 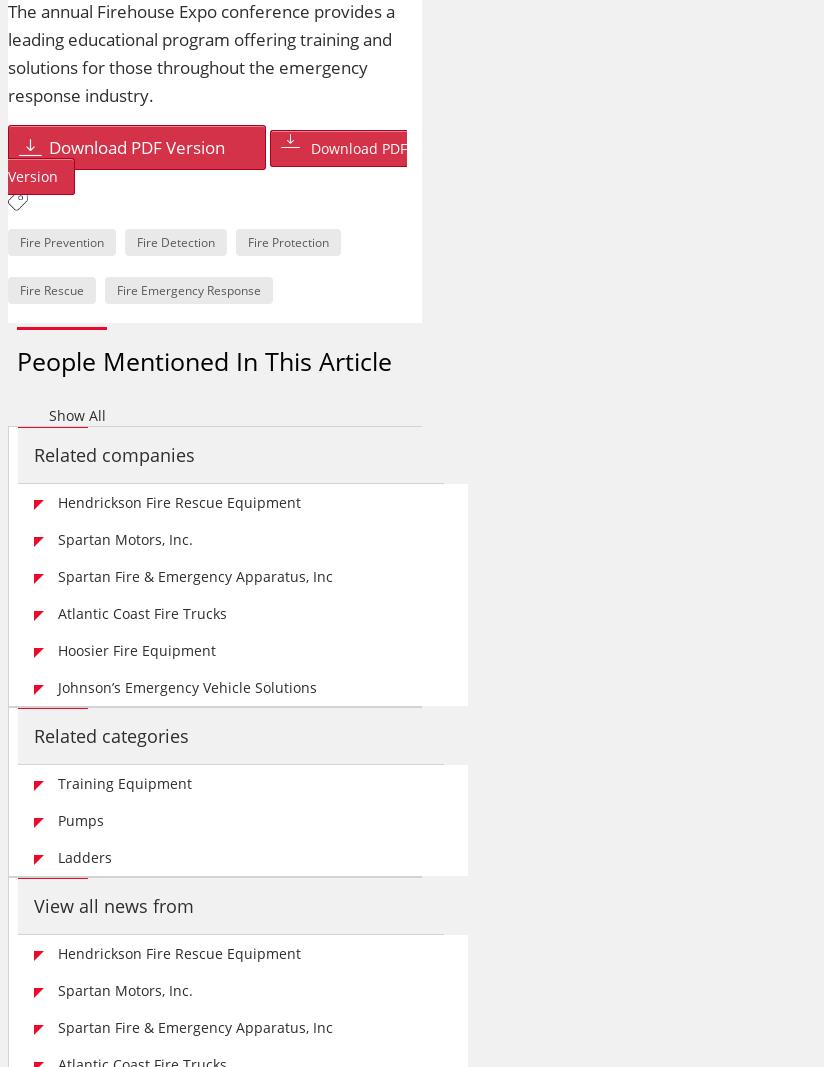 What do you see at coordinates (187, 687) in the screenshot?
I see `'Johnson’s Emergency Vehicle Solutions'` at bounding box center [187, 687].